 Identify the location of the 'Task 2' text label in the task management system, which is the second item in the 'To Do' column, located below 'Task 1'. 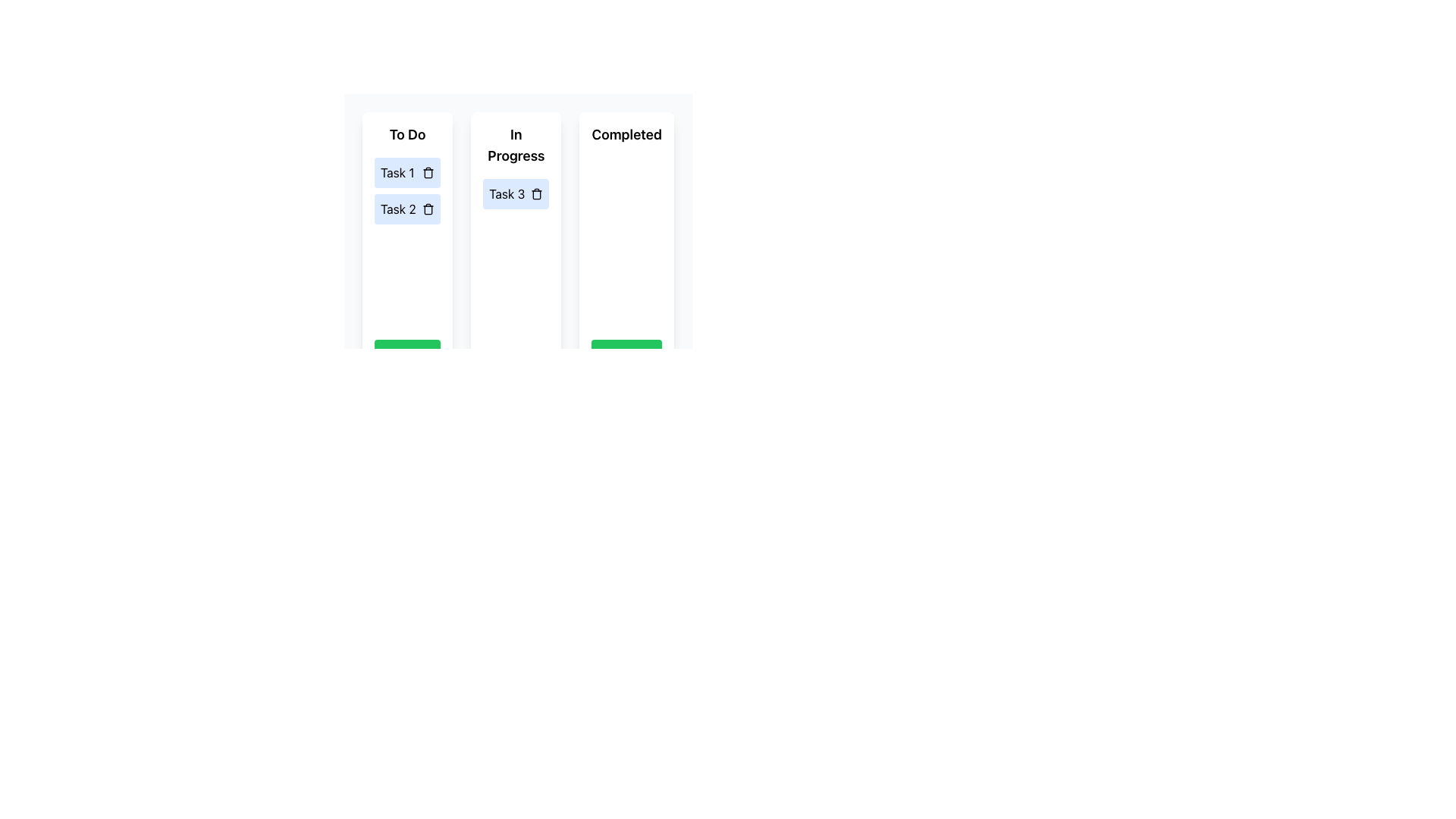
(398, 209).